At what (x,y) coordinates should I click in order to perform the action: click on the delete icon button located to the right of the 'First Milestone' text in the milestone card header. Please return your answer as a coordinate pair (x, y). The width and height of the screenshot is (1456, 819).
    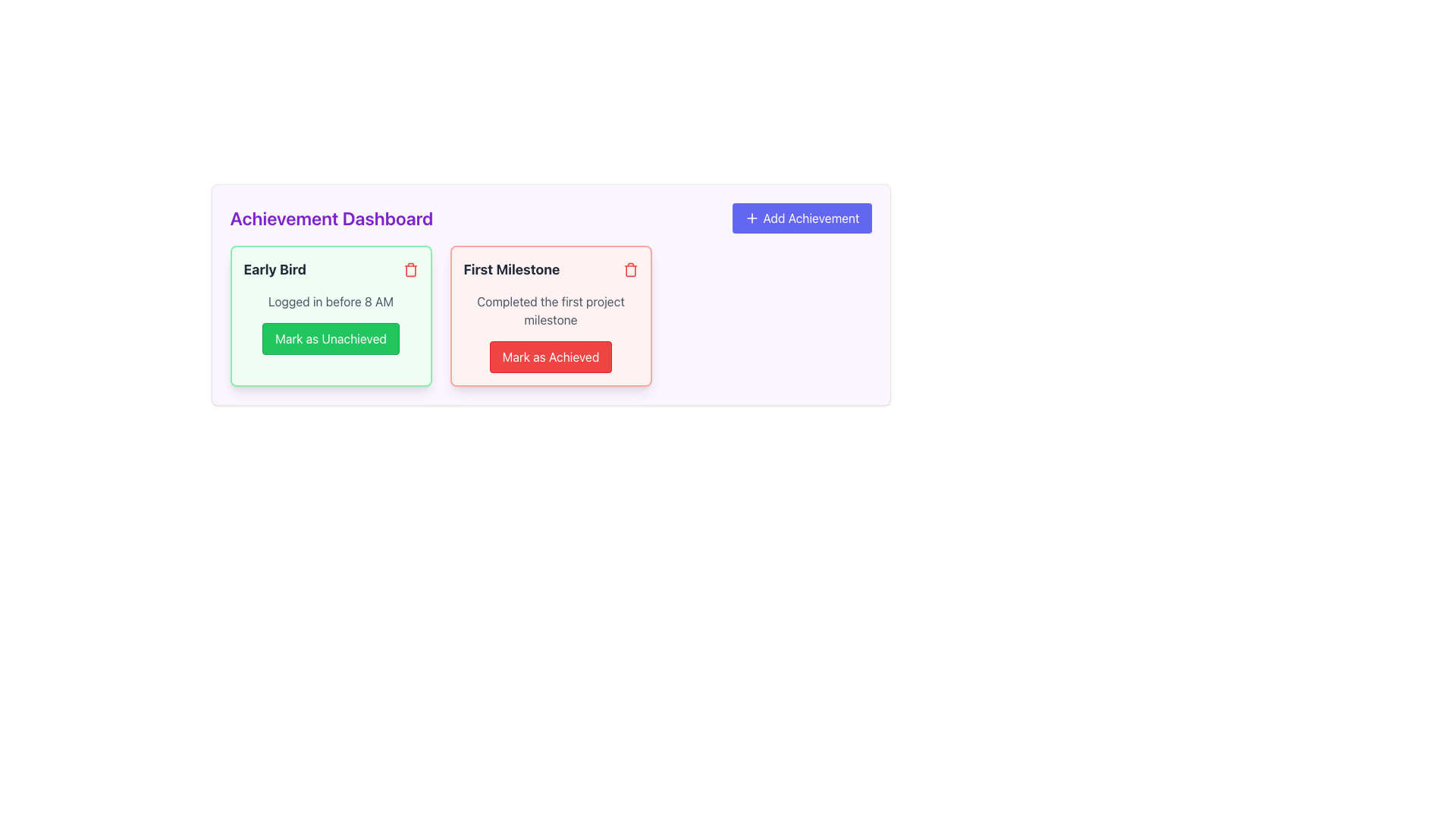
    Looking at the image, I should click on (630, 268).